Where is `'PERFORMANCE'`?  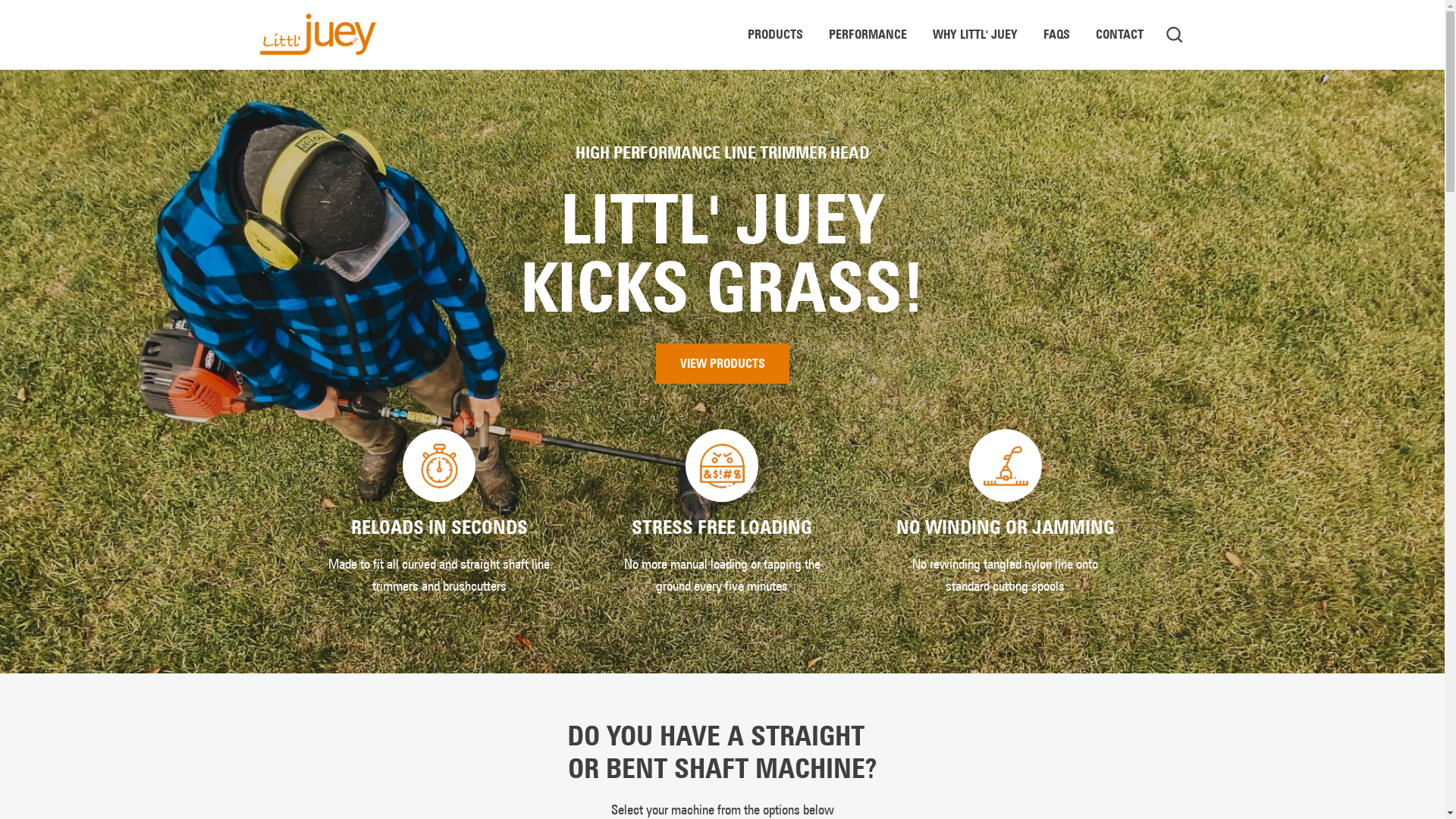
'PERFORMANCE' is located at coordinates (868, 34).